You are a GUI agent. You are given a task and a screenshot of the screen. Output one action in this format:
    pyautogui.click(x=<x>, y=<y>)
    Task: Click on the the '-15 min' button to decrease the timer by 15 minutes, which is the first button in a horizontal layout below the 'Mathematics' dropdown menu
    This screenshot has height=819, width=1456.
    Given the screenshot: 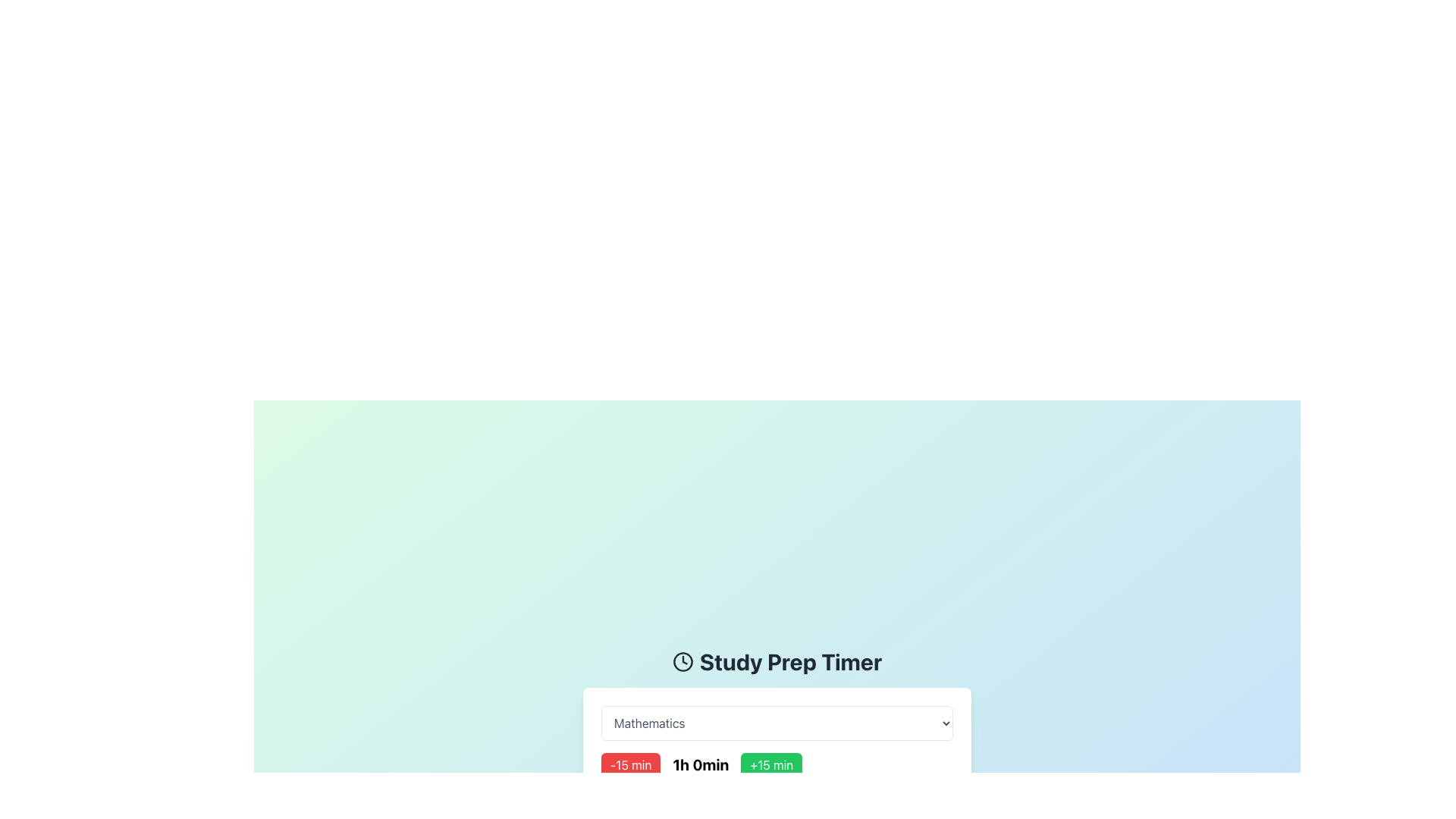 What is the action you would take?
    pyautogui.click(x=631, y=765)
    